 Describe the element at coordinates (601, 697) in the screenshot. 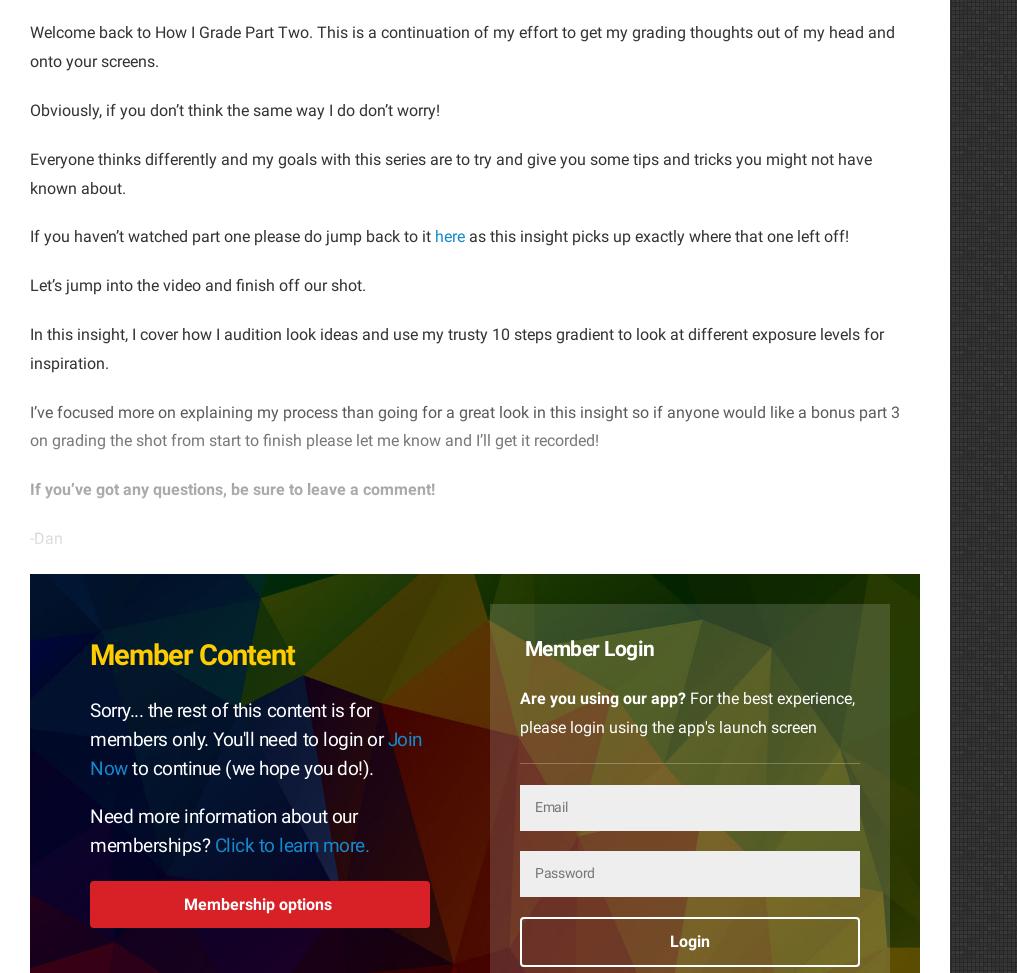

I see `'Are you using our app?'` at that location.